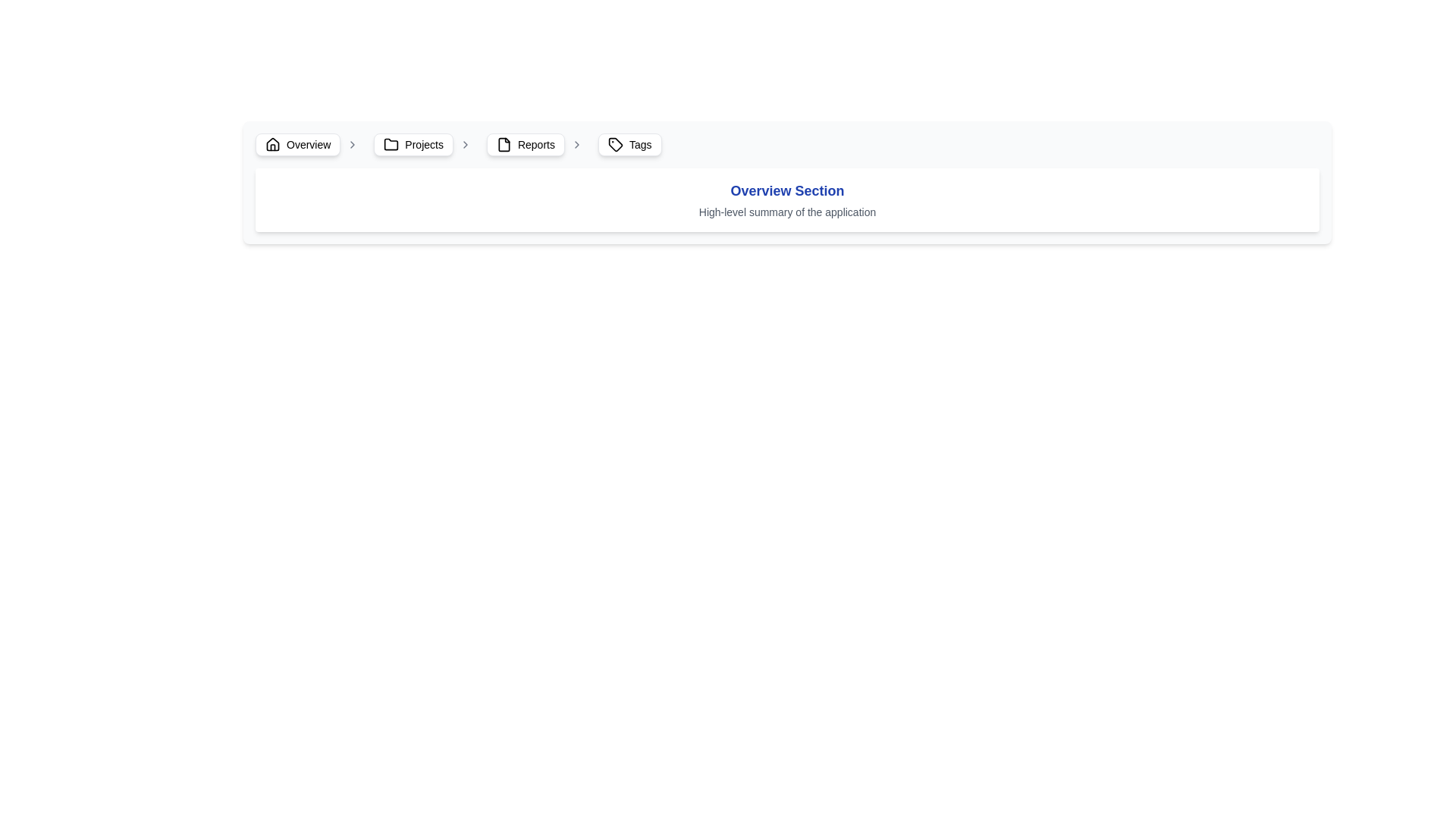 The height and width of the screenshot is (819, 1456). I want to click on the Chevron icon, so click(352, 145).